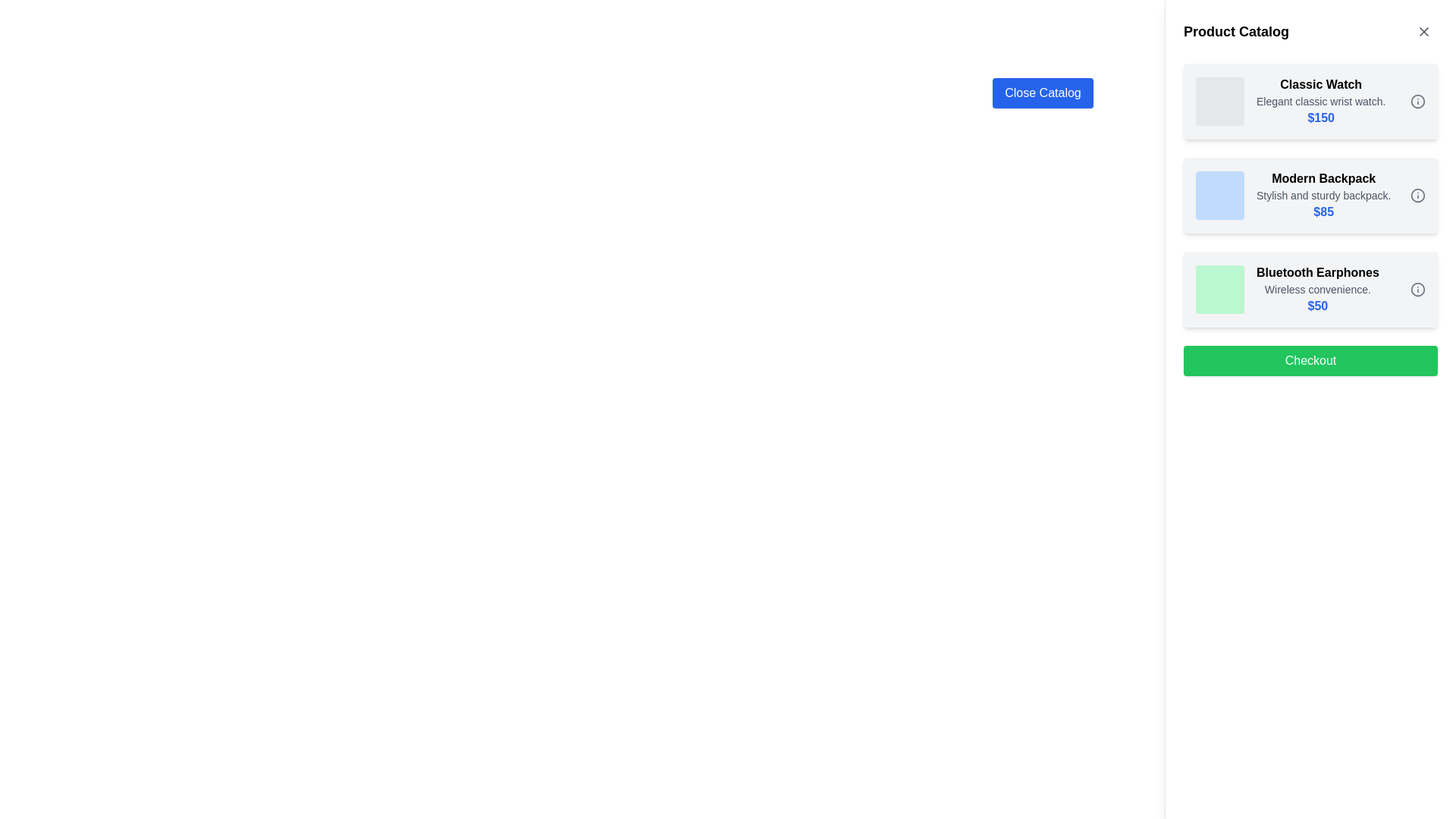 Image resolution: width=1456 pixels, height=819 pixels. Describe the element at coordinates (1320, 102) in the screenshot. I see `the text element displaying 'Elegant classic wrist watch.' located beneath the title 'Classic Watch' in the product catalog` at that location.